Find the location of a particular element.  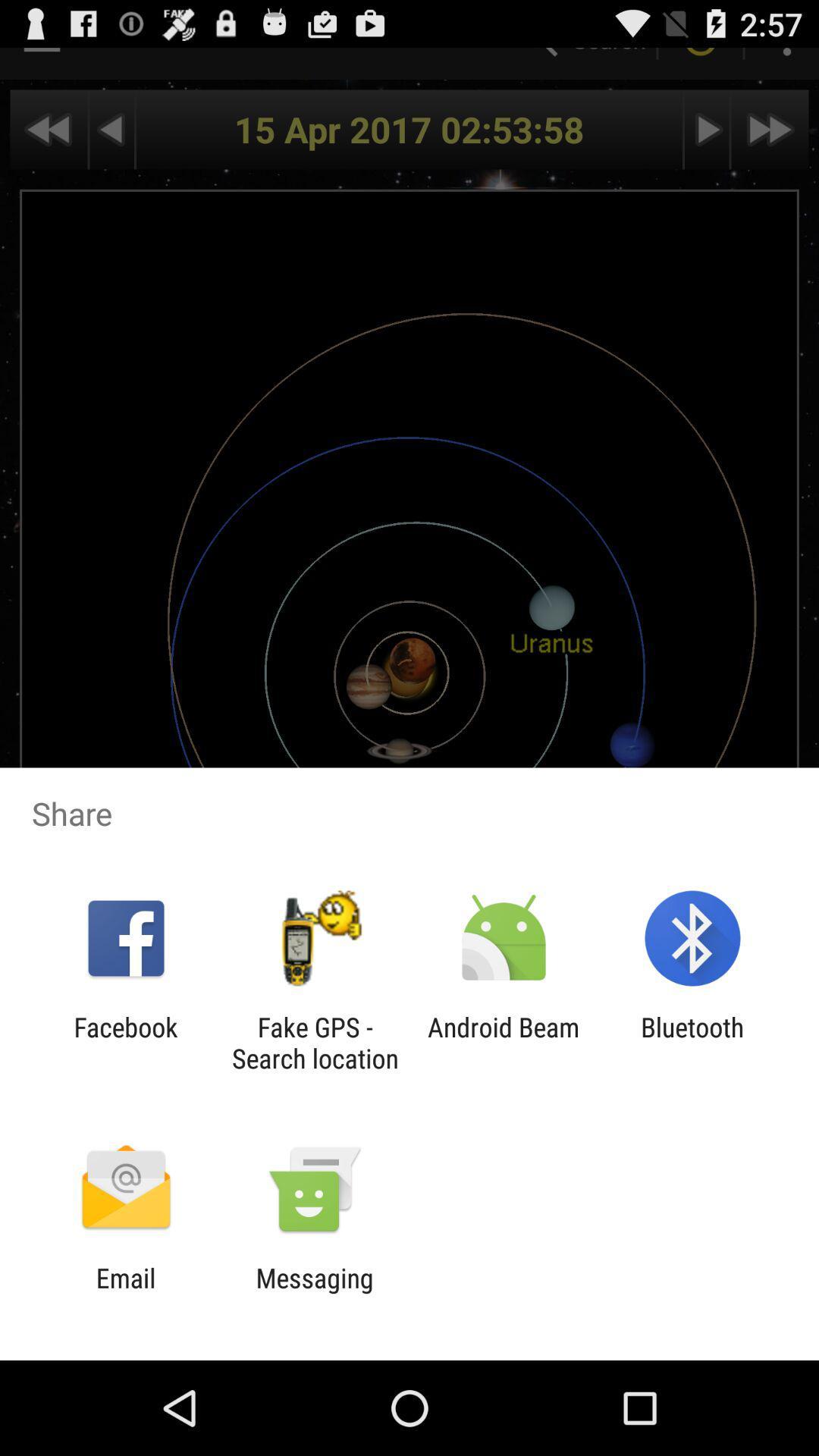

the facebook icon is located at coordinates (125, 1042).